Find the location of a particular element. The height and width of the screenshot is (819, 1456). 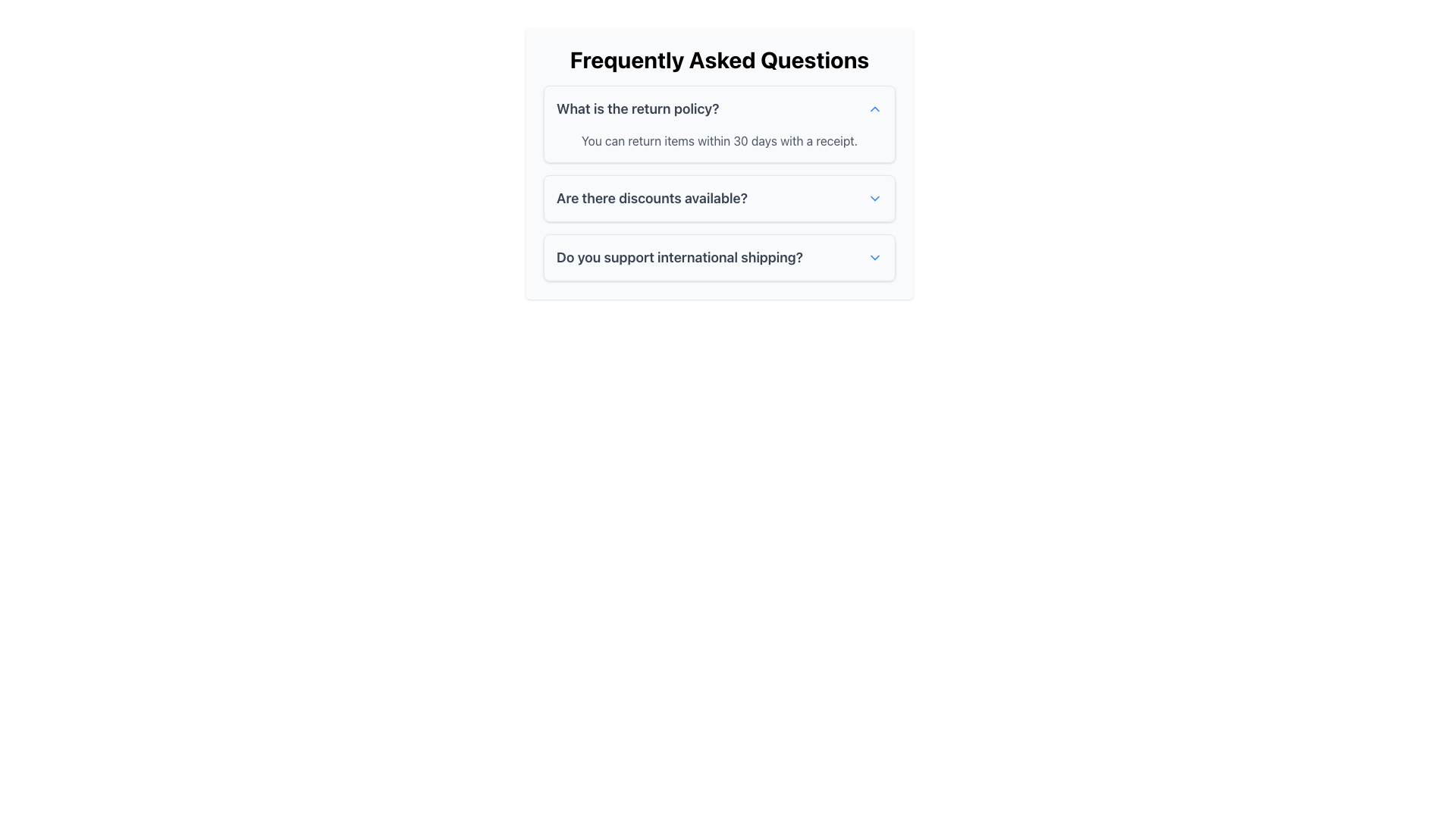

the text element displaying 'You can return items within 30 days with a receipt.' which is located beneath the question 'What is the return policy?' in the FAQ section is located at coordinates (719, 140).